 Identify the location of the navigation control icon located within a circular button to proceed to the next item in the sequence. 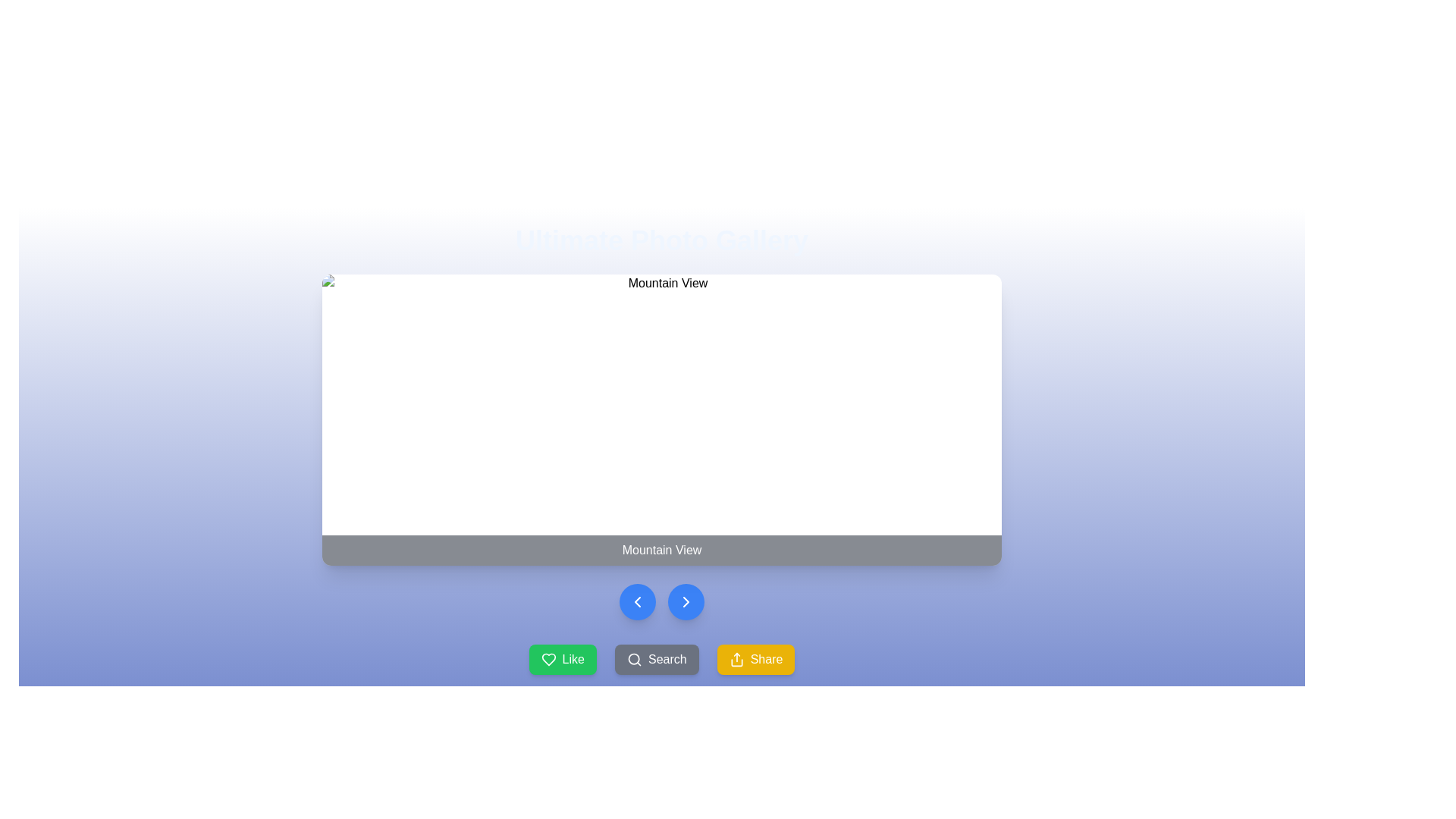
(686, 601).